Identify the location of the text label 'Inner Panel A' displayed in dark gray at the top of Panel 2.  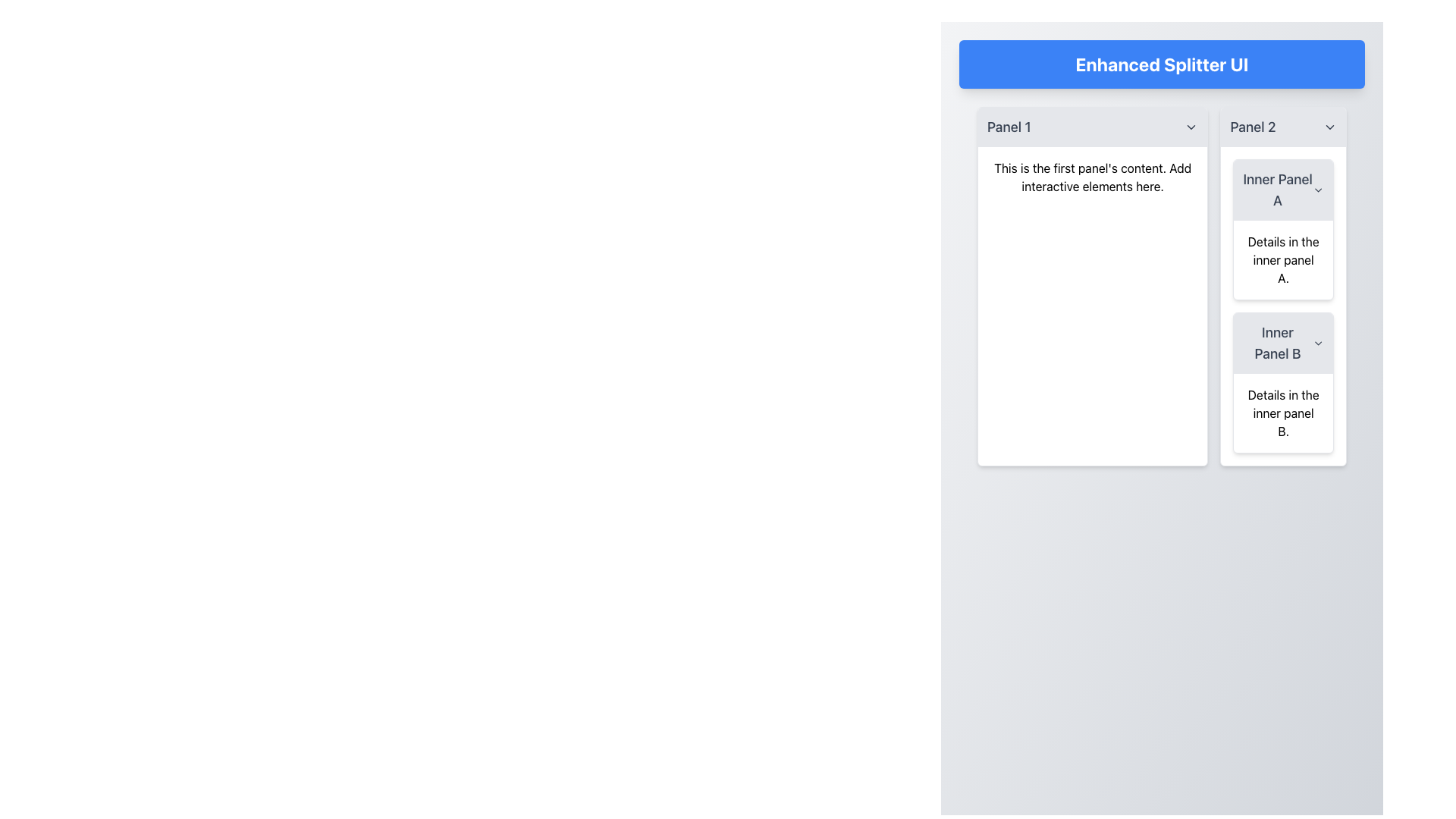
(1276, 189).